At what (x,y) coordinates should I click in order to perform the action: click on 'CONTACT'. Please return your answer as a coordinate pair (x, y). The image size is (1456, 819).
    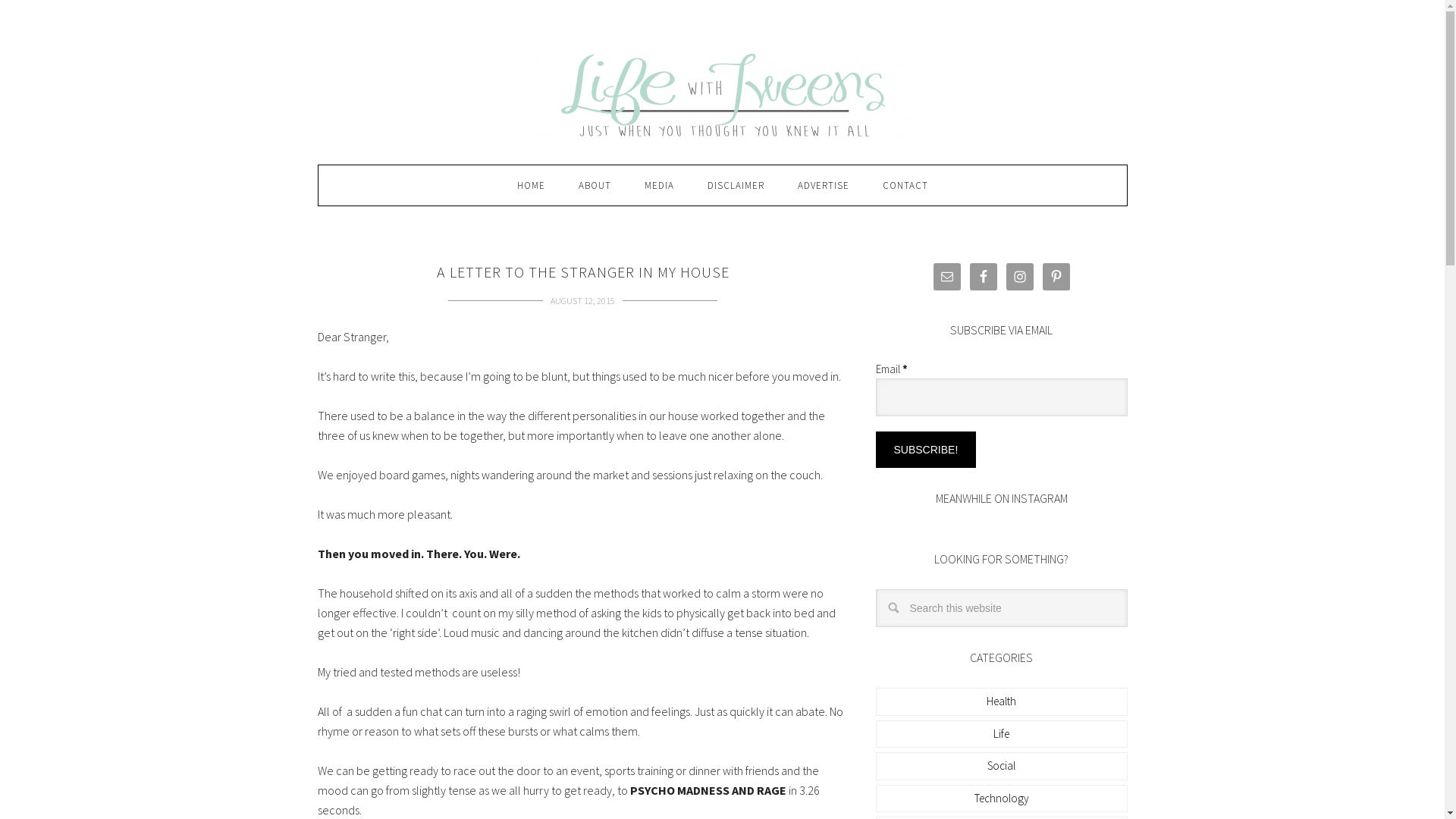
    Looking at the image, I should click on (905, 184).